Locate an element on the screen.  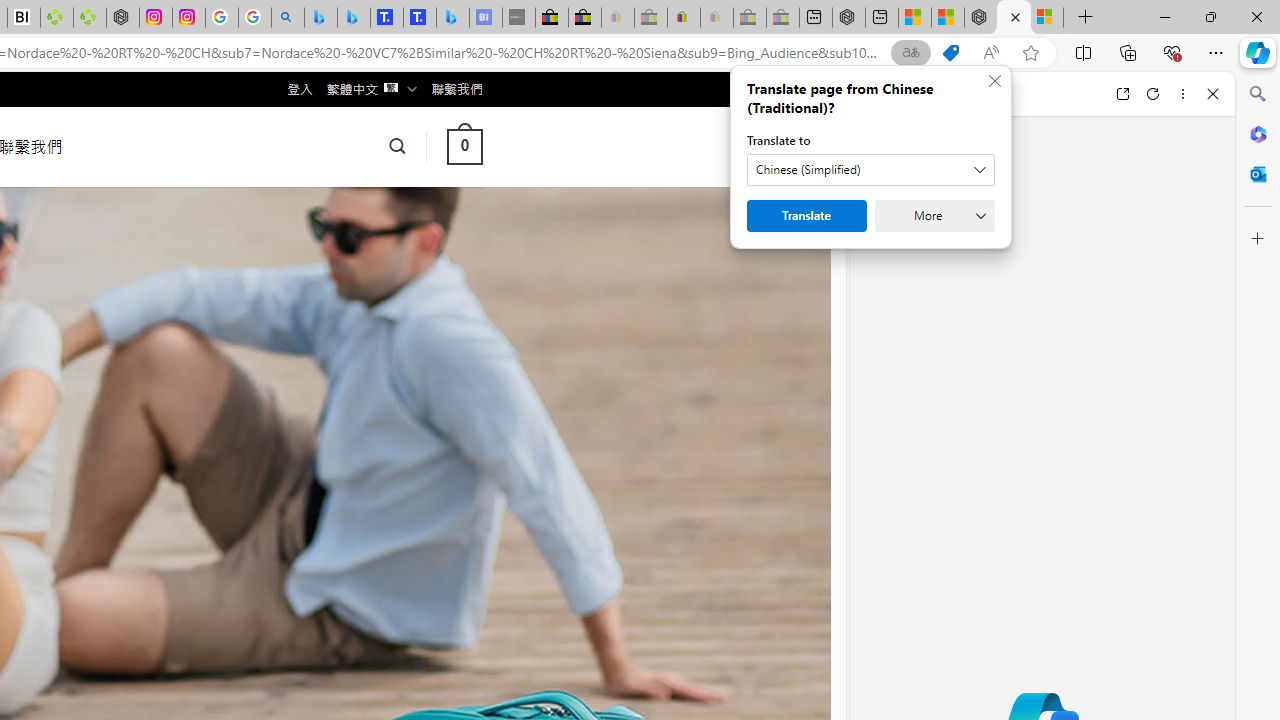
'More' is located at coordinates (934, 216).